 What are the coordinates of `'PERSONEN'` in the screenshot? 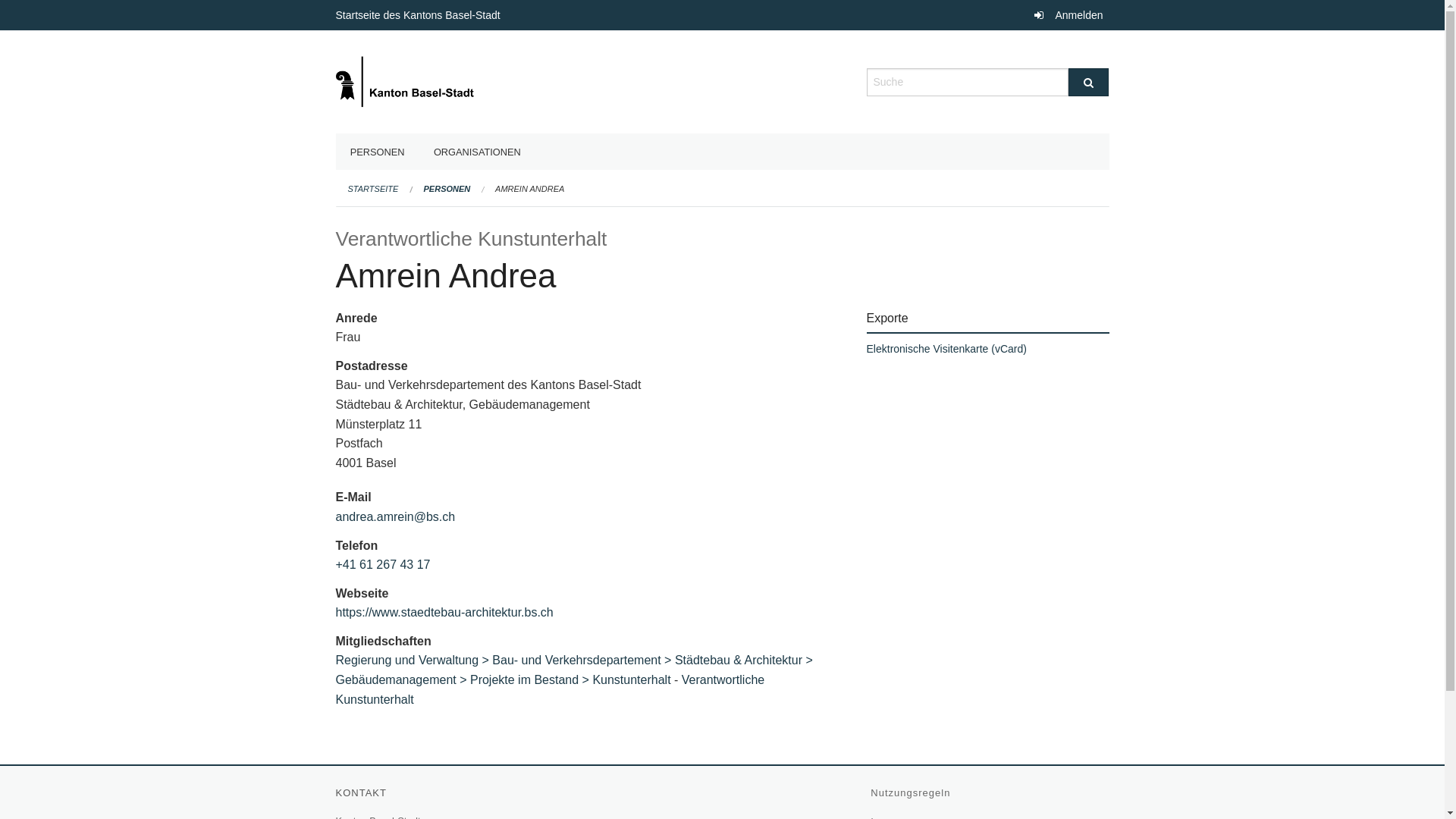 It's located at (377, 152).